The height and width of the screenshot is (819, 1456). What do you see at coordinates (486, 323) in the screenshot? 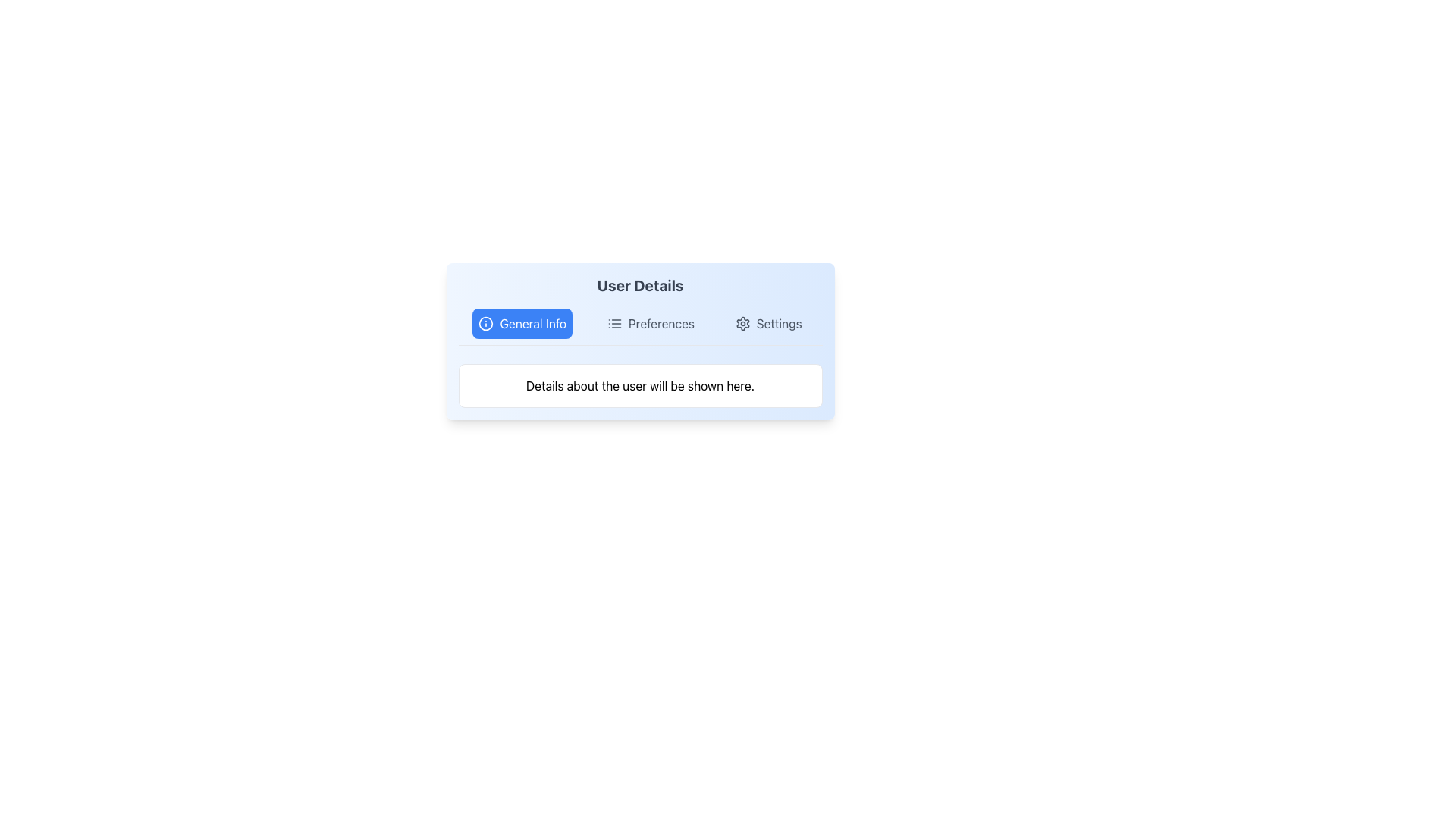
I see `the decorative circular icon within the 'General Info' section of the user details interface` at bounding box center [486, 323].